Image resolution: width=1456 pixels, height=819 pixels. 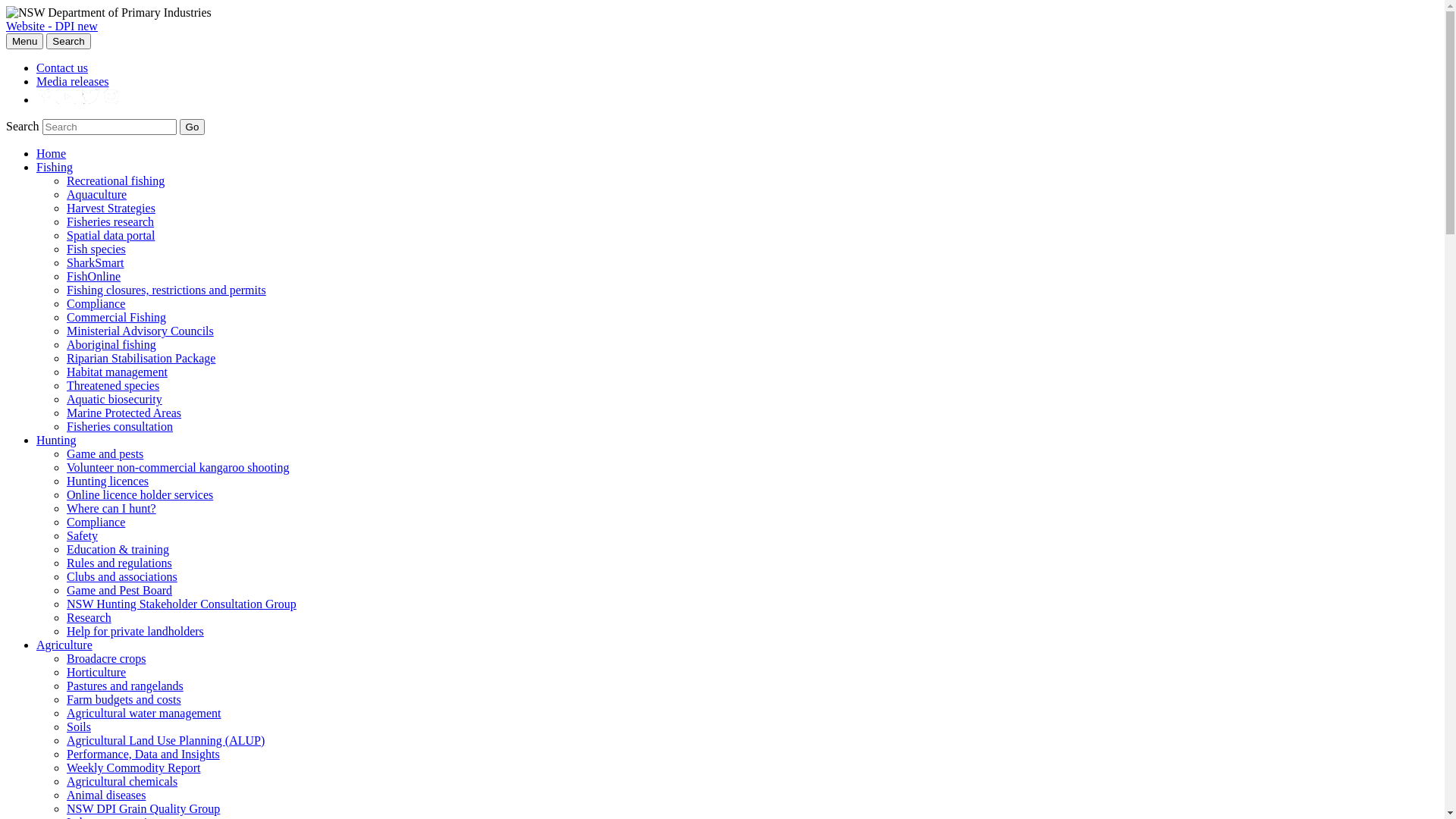 What do you see at coordinates (115, 180) in the screenshot?
I see `'Recreational fishing'` at bounding box center [115, 180].